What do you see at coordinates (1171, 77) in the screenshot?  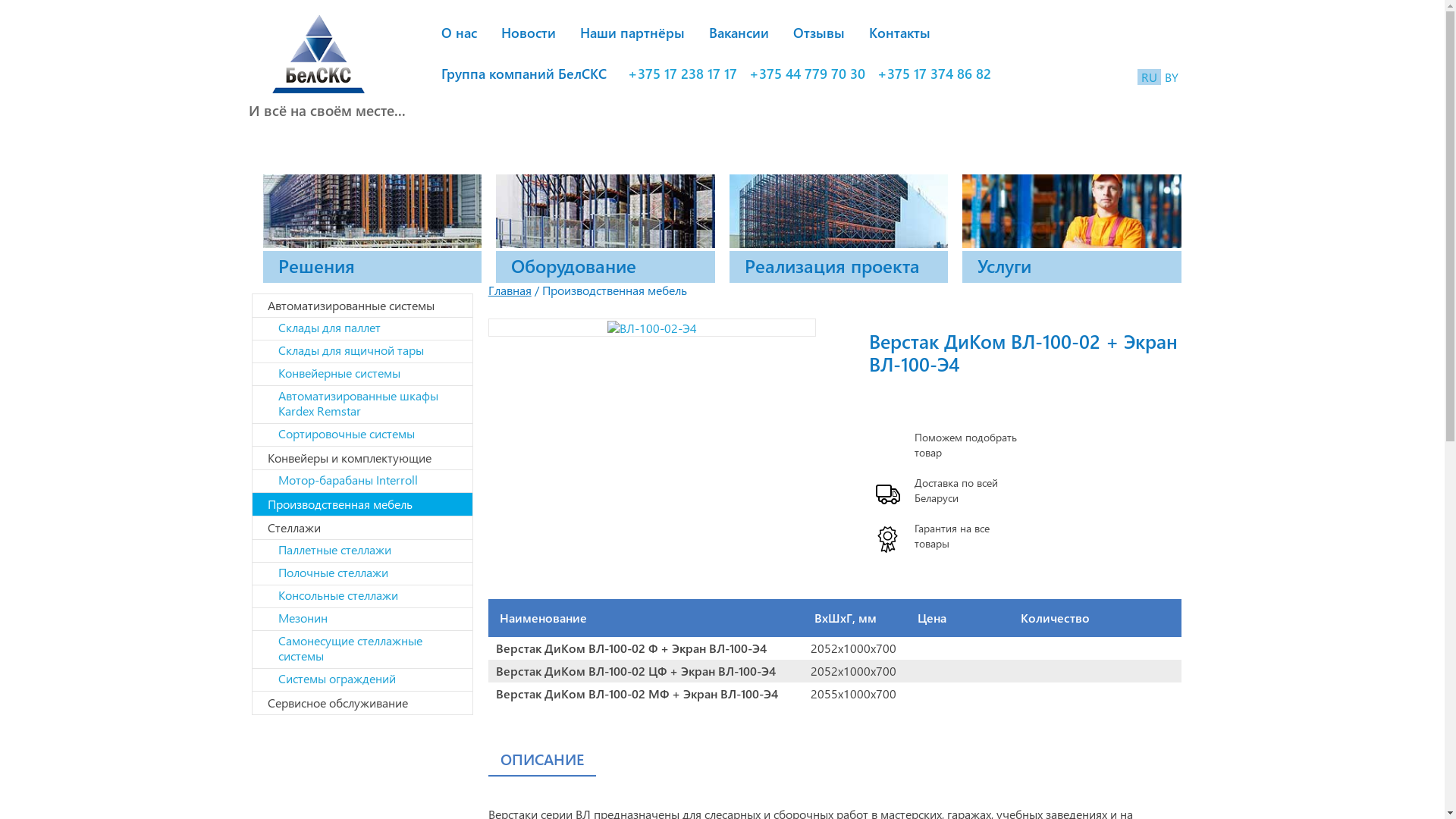 I see `'BY'` at bounding box center [1171, 77].